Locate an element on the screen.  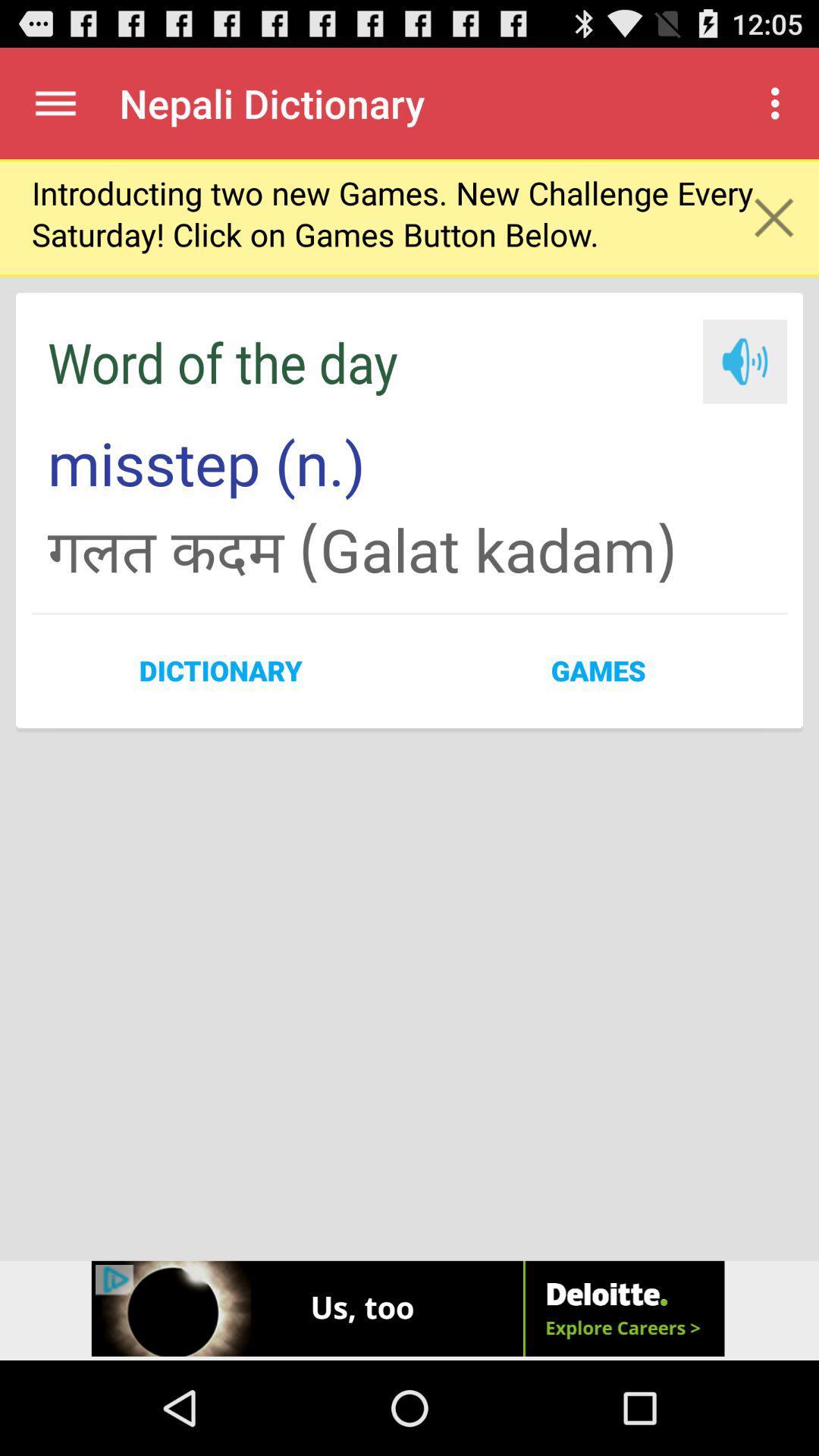
the icon which is next to word of the day is located at coordinates (744, 361).